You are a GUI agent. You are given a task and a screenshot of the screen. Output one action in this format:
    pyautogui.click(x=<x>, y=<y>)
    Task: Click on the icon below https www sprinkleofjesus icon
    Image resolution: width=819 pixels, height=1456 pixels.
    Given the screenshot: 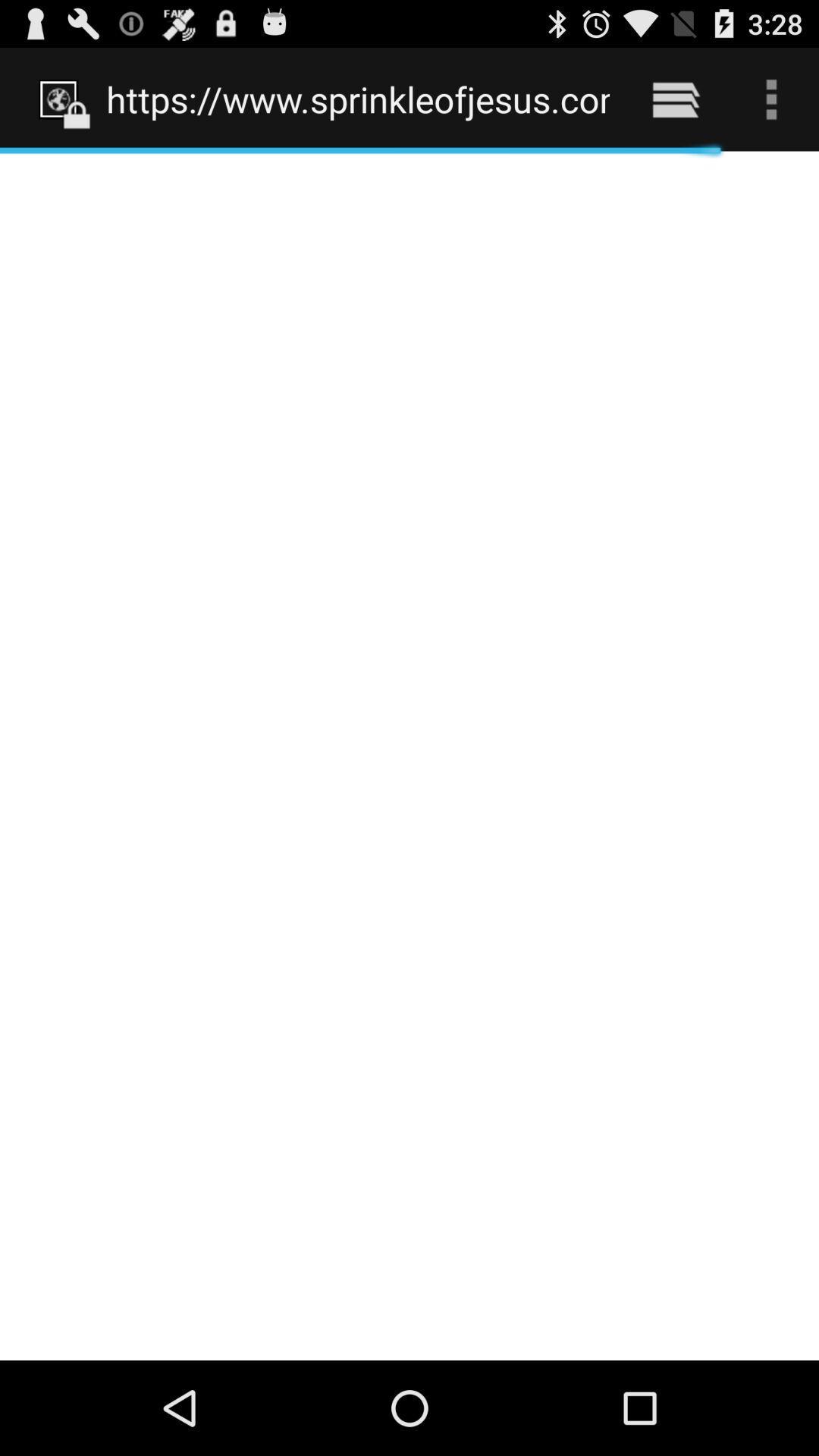 What is the action you would take?
    pyautogui.click(x=409, y=755)
    